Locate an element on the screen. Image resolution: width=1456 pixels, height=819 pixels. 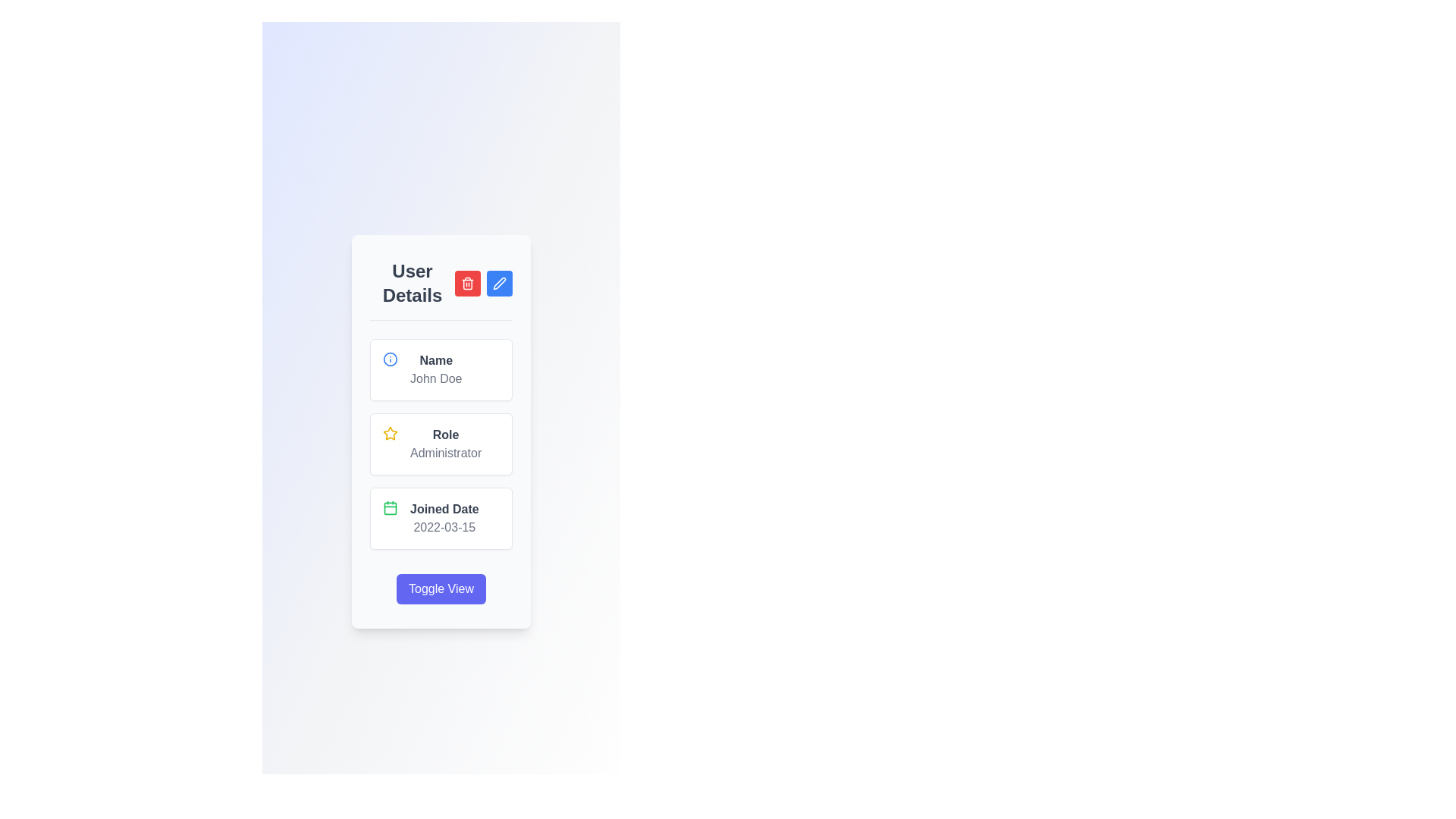
the Information Display that shows the label 'Name' in bold text followed by 'John Doe', located near the top of the user details card, below a small information icon is located at coordinates (435, 369).